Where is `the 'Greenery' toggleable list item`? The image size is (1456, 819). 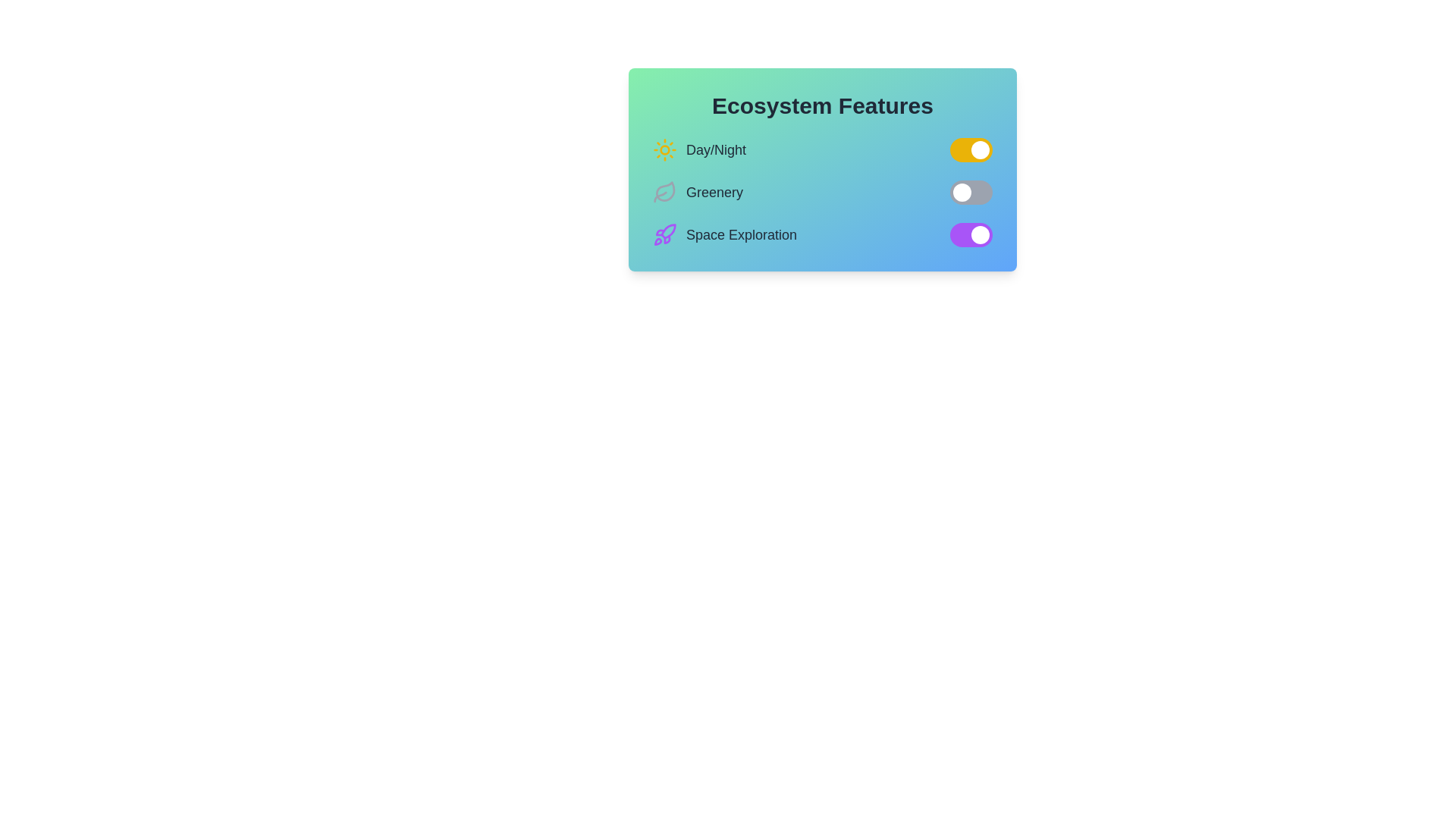 the 'Greenery' toggleable list item is located at coordinates (821, 192).